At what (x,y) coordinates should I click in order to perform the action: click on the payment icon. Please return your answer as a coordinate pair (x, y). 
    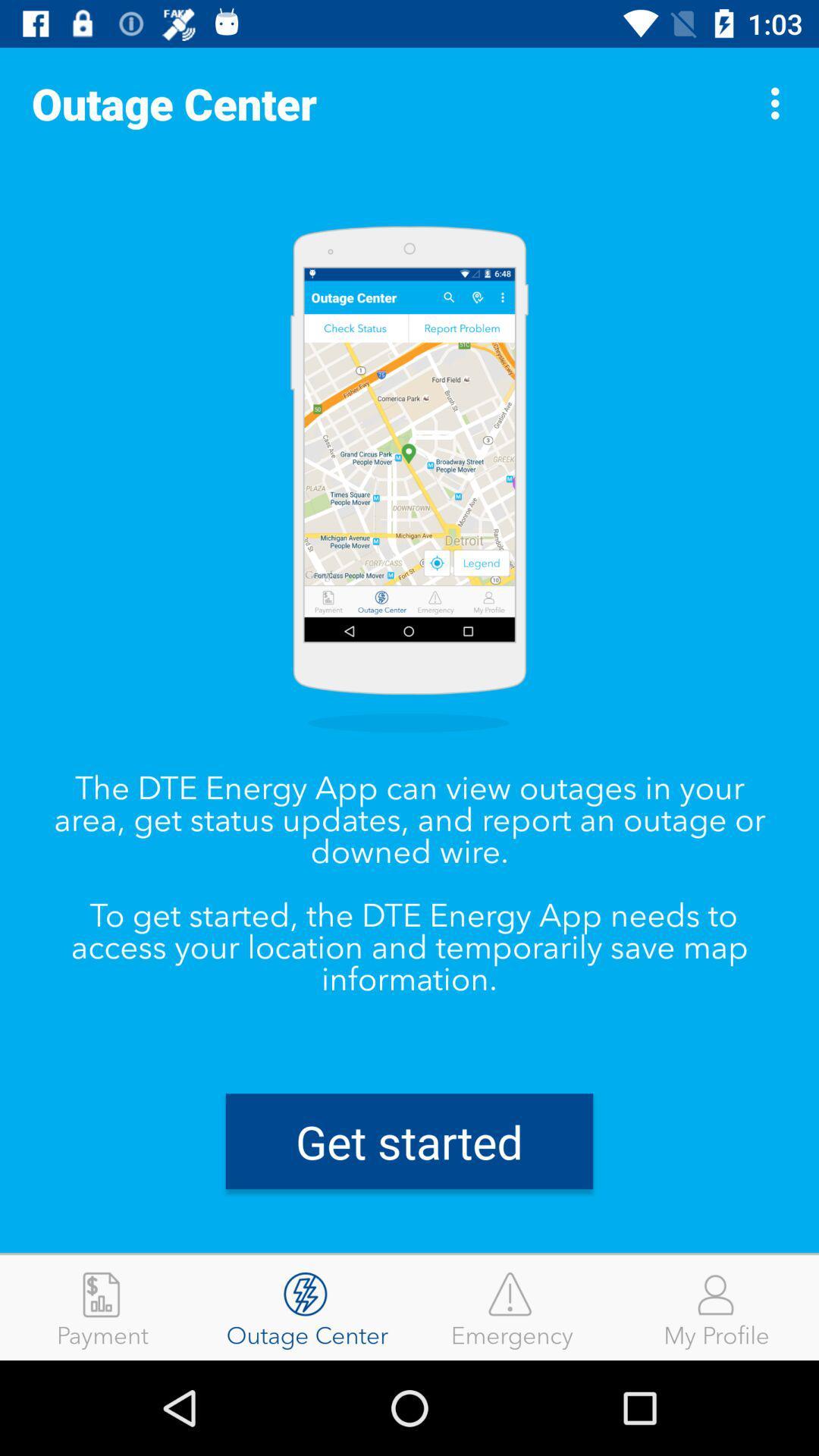
    Looking at the image, I should click on (102, 1307).